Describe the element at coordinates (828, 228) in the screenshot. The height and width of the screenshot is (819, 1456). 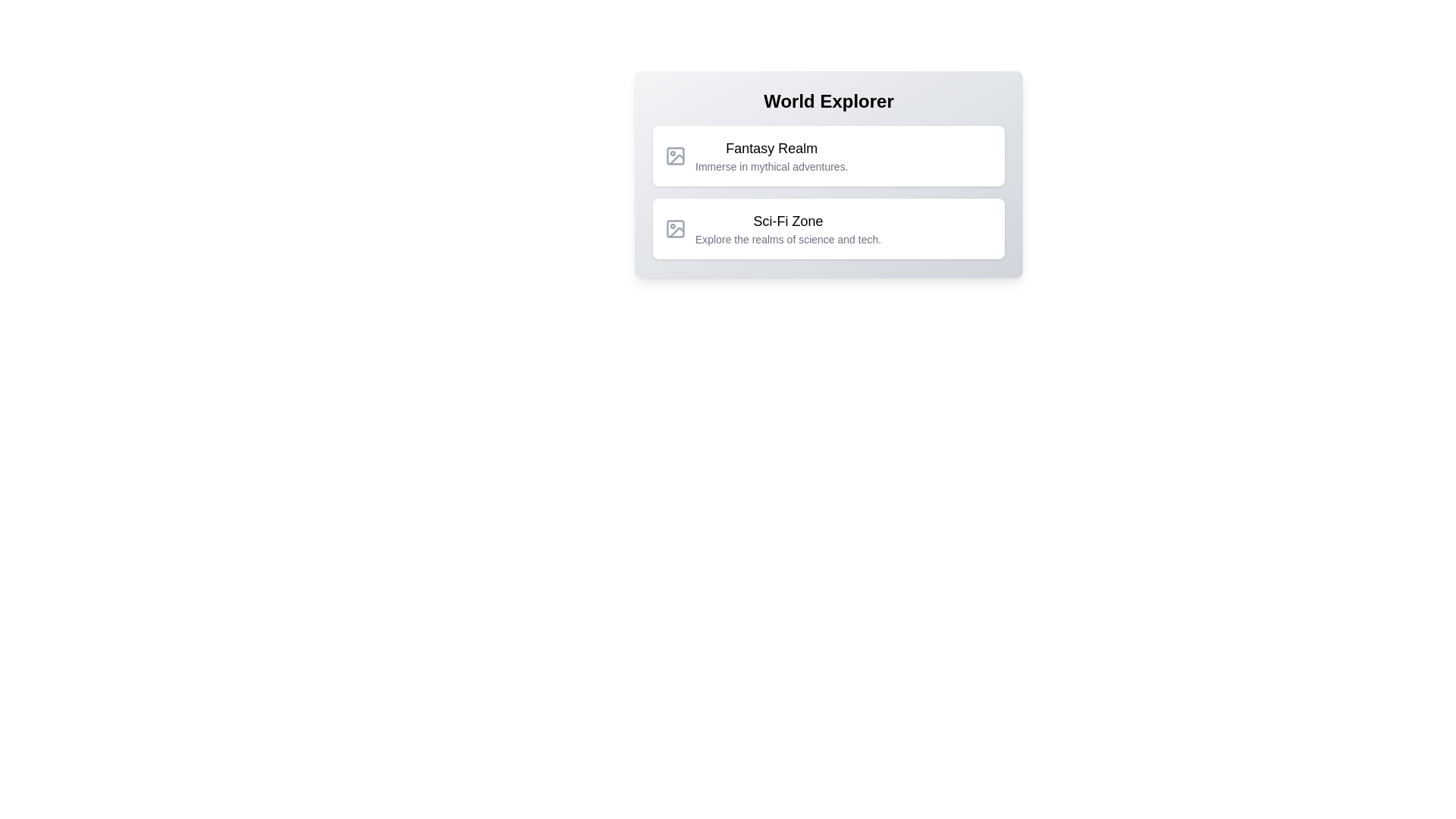
I see `the second navigational option under the 'World Explorer' section, which is related to science and technology` at that location.